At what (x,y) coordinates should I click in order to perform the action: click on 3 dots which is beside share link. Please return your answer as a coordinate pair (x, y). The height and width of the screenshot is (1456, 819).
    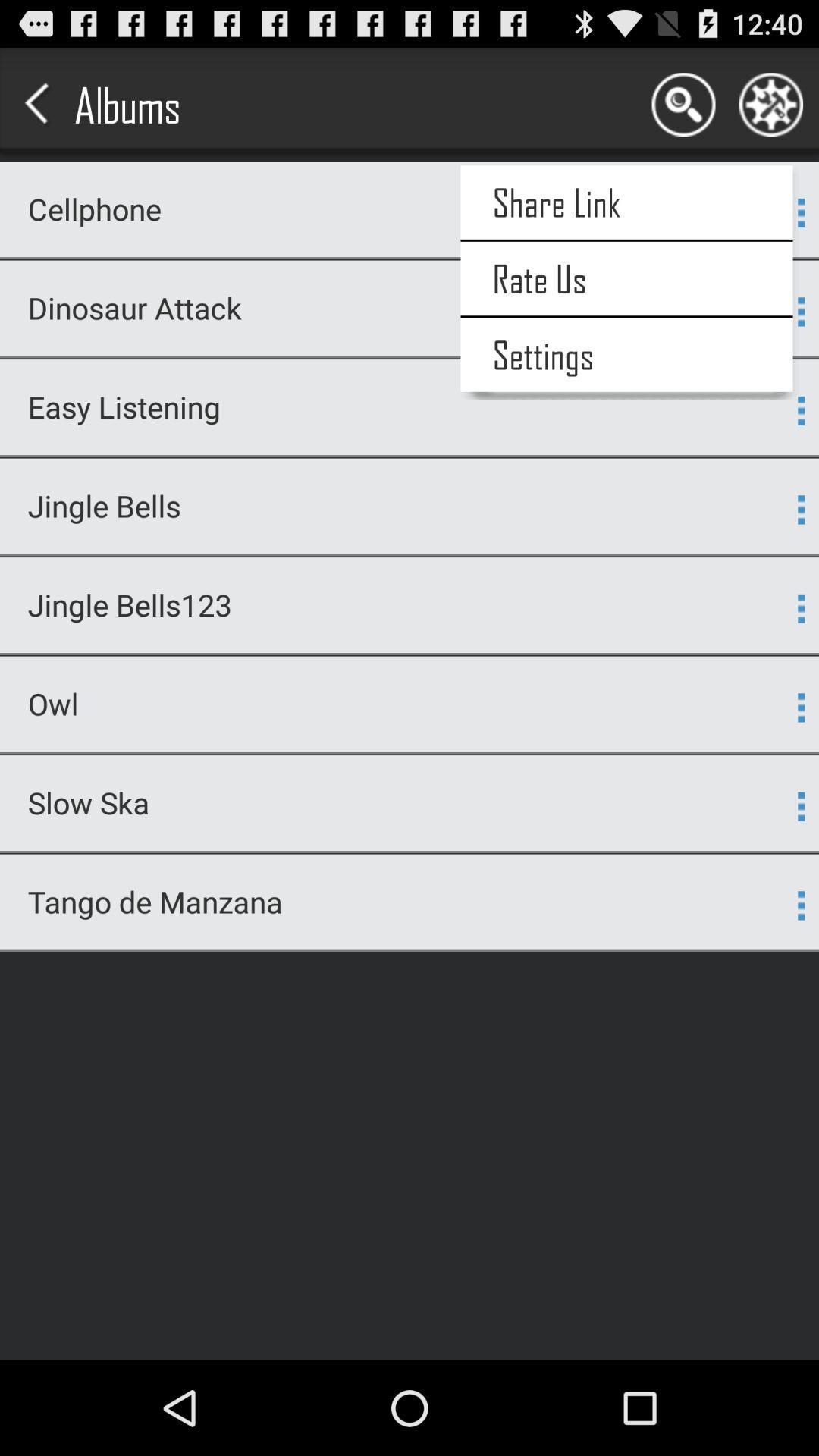
    Looking at the image, I should click on (800, 212).